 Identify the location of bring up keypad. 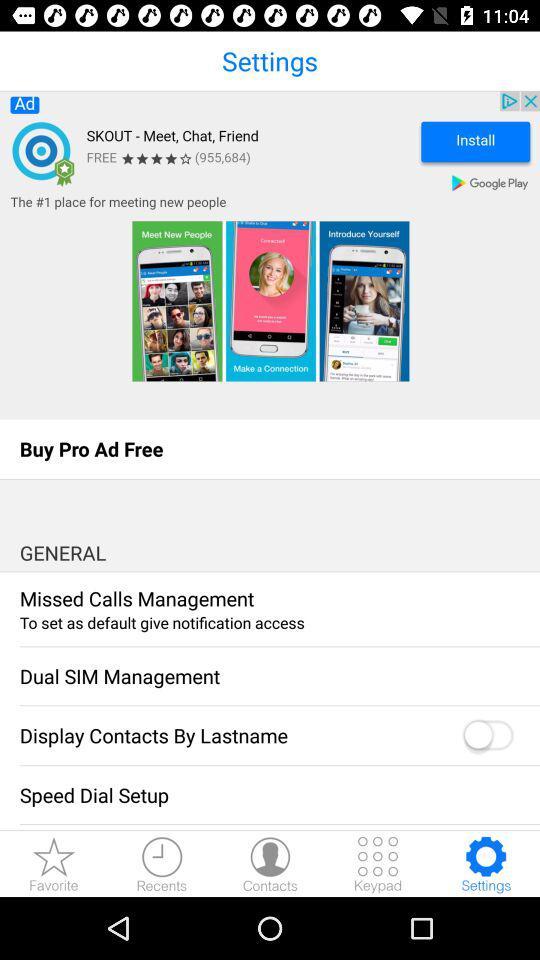
(378, 863).